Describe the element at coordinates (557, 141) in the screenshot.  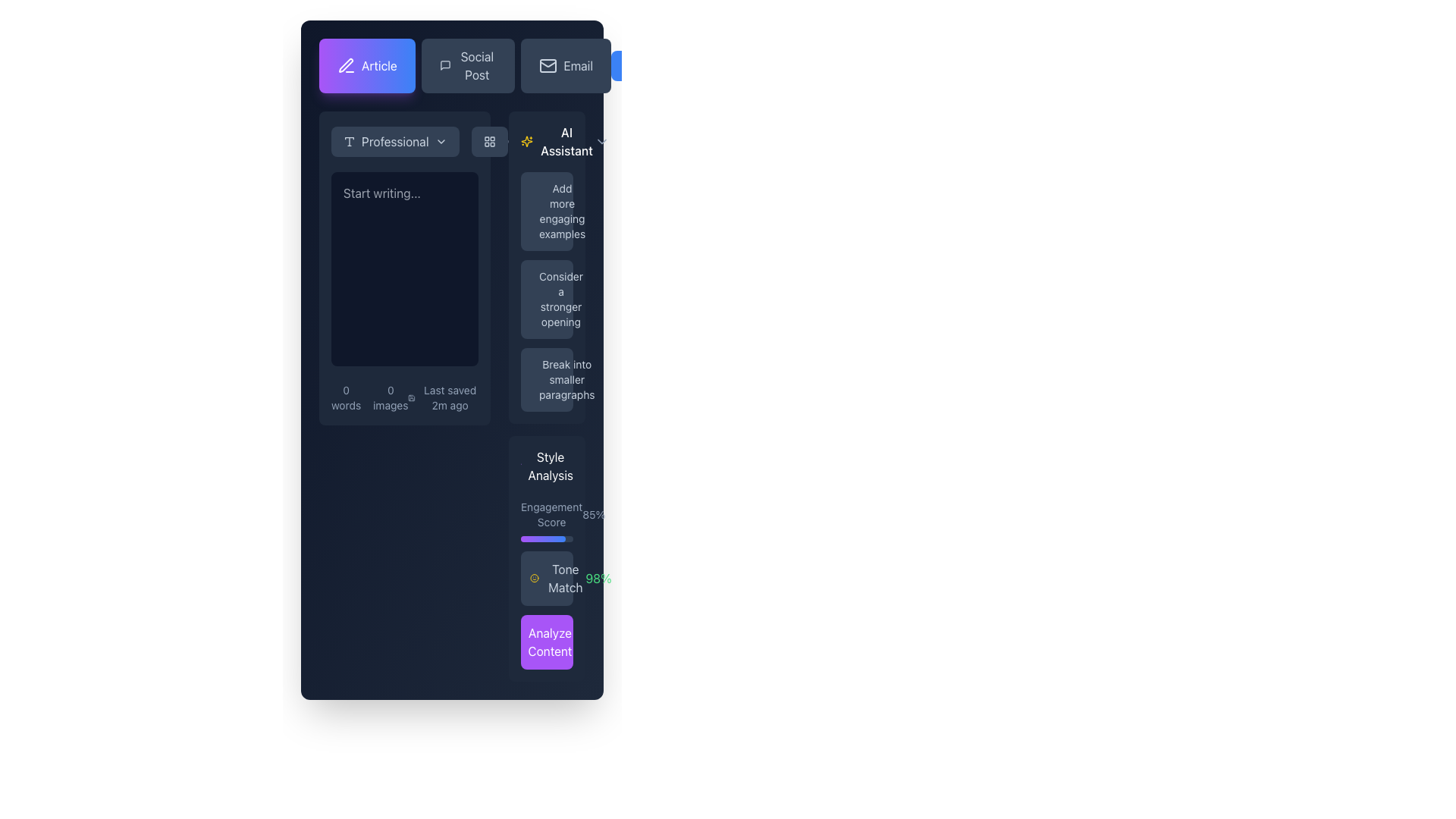
I see `the Text Label with Icon located in the top-right section of the interface, just below the header with buttons like 'Article,' 'Social Post,' and 'Email.'` at that location.